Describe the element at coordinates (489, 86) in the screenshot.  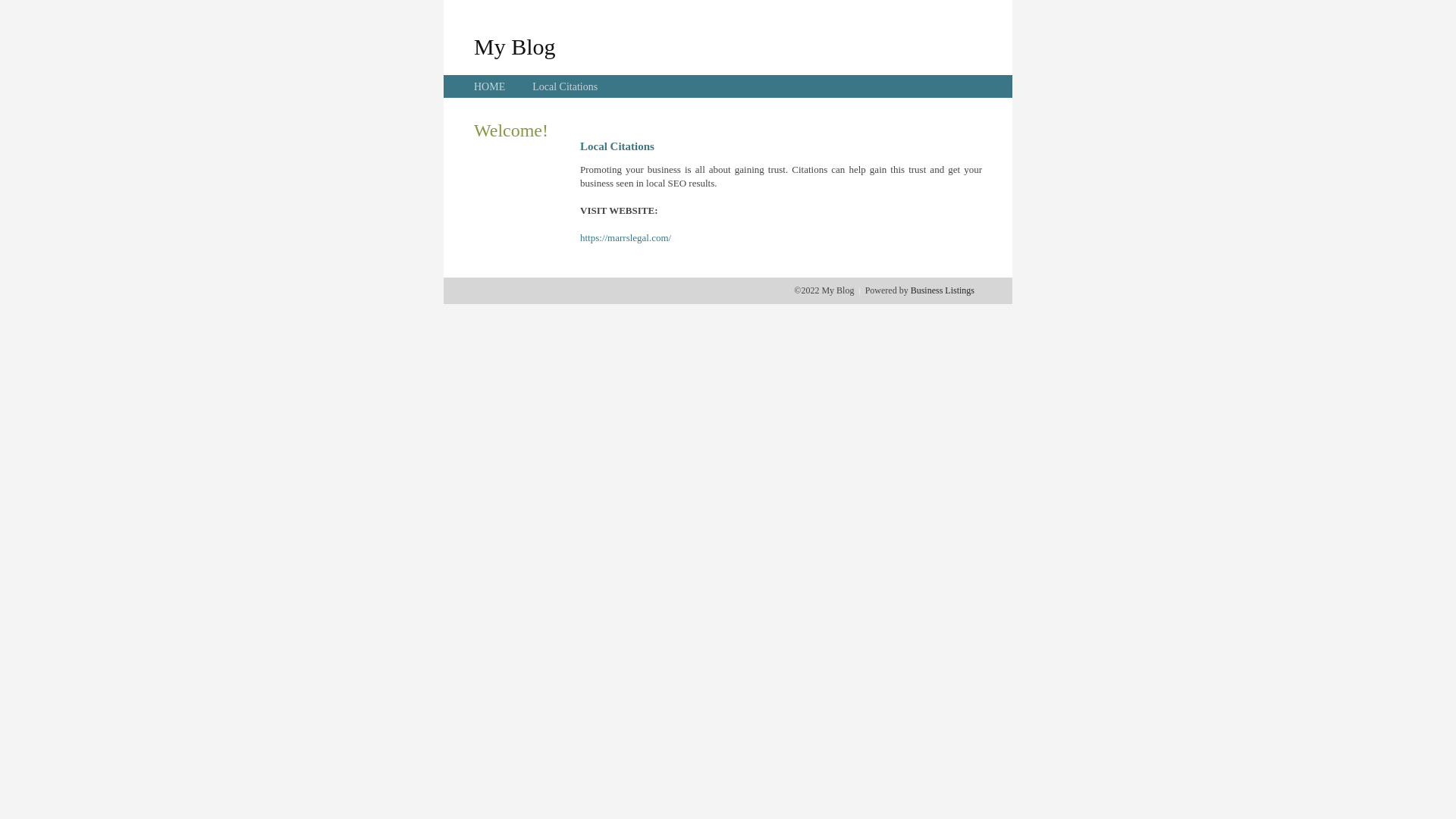
I see `'HOME'` at that location.